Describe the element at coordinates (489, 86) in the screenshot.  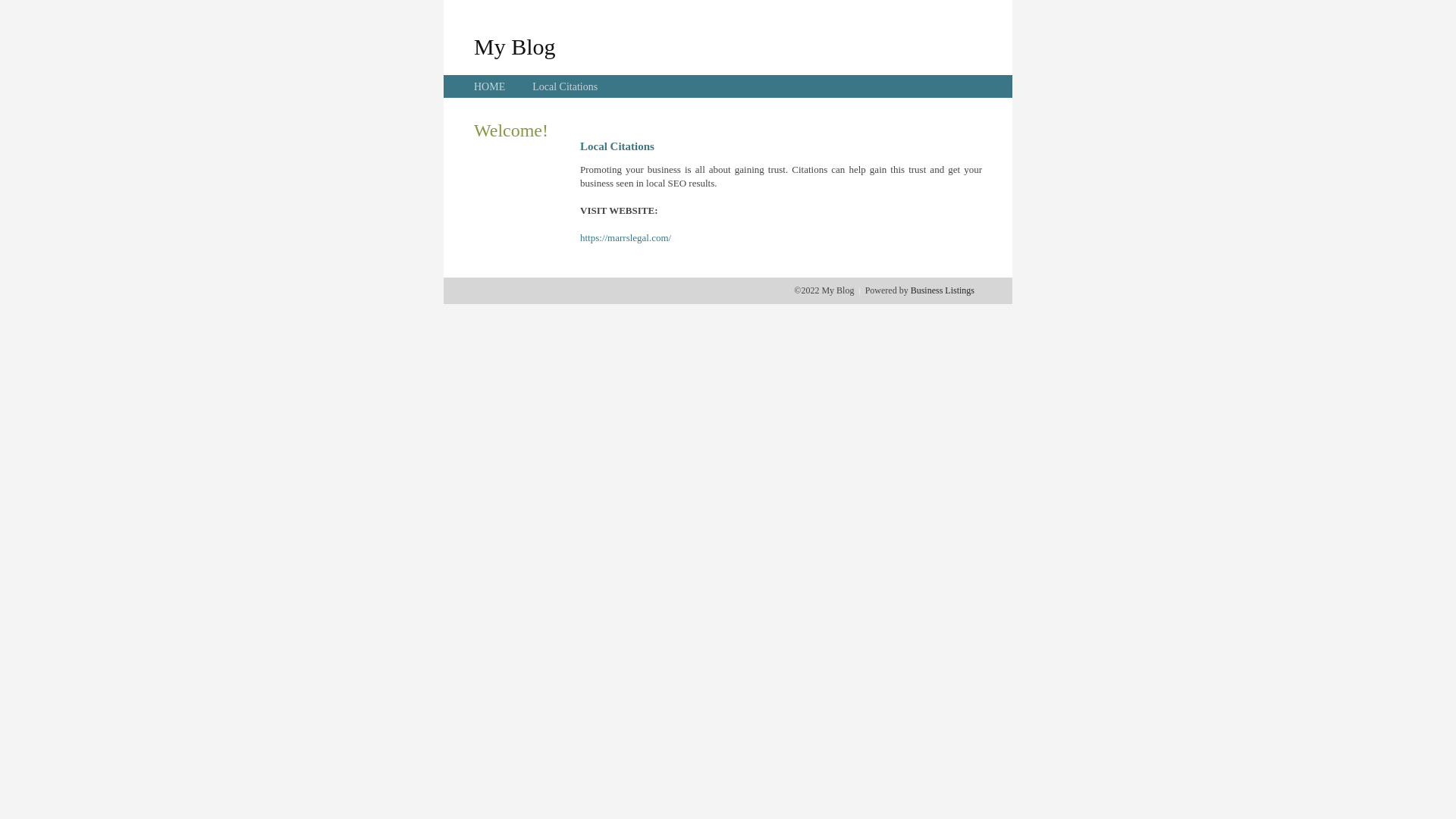
I see `'HOME'` at that location.